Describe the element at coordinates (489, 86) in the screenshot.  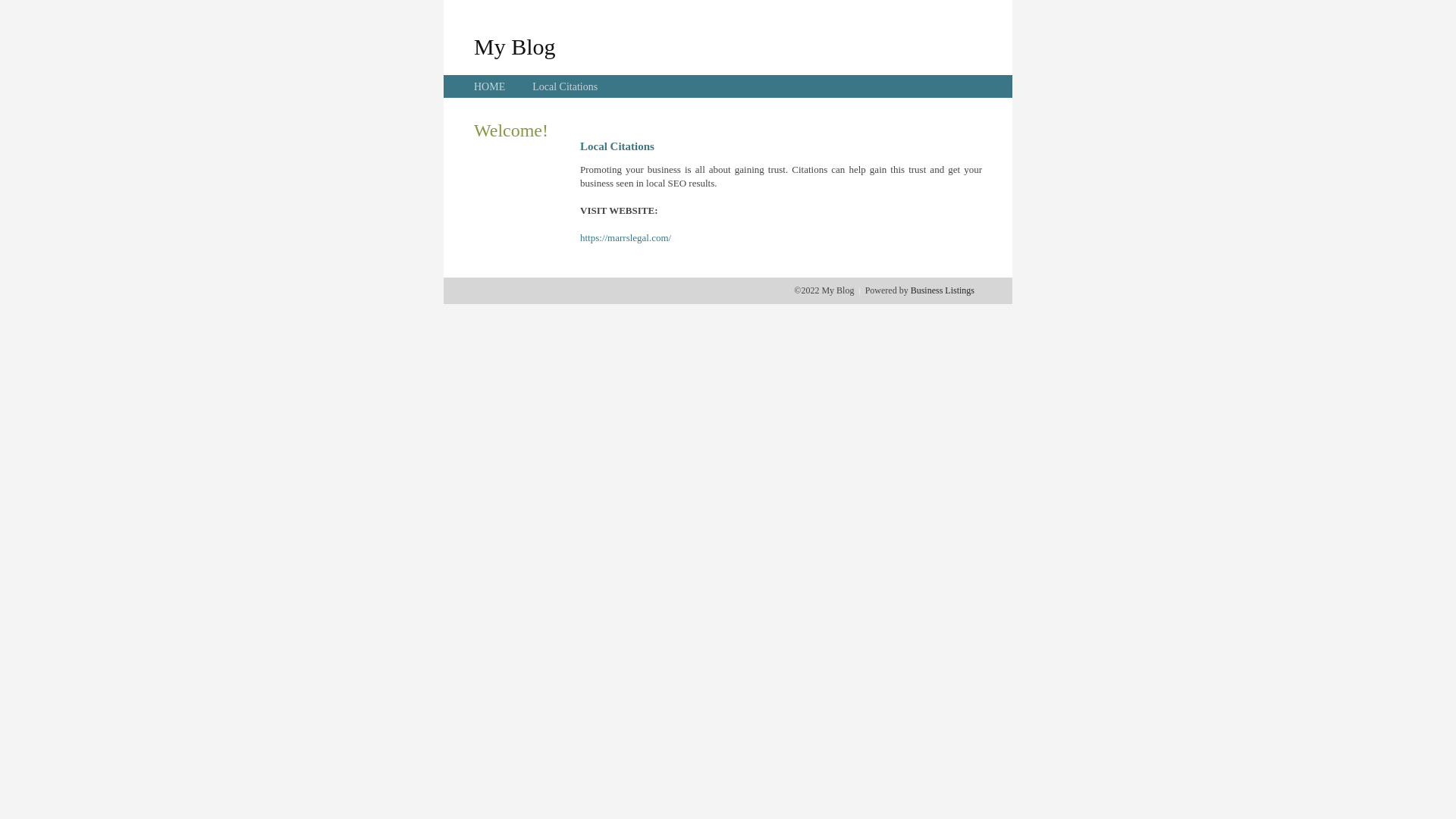
I see `'HOME'` at that location.